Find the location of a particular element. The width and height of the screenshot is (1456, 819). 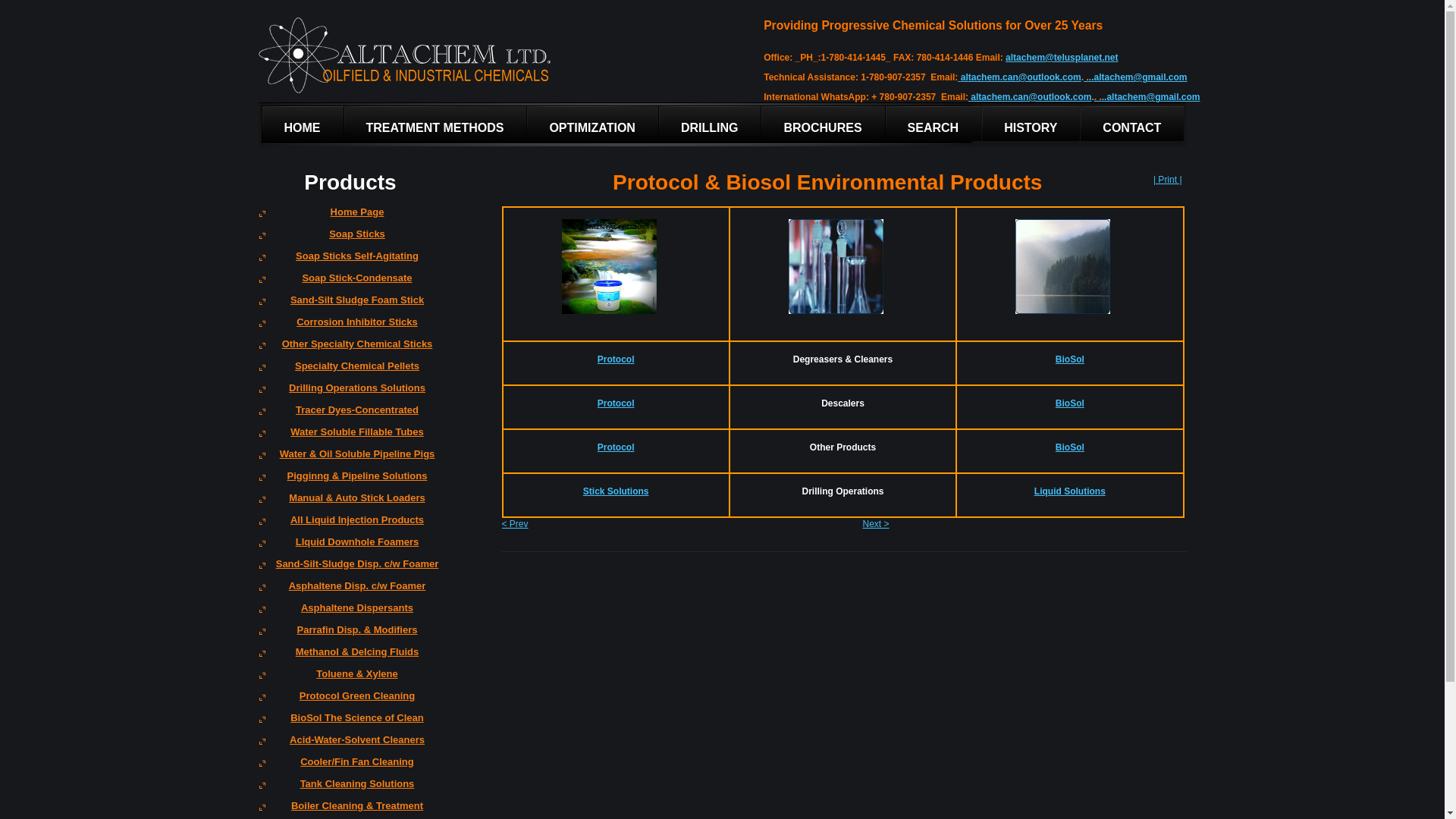

'Soap Sticks' is located at coordinates (350, 239).